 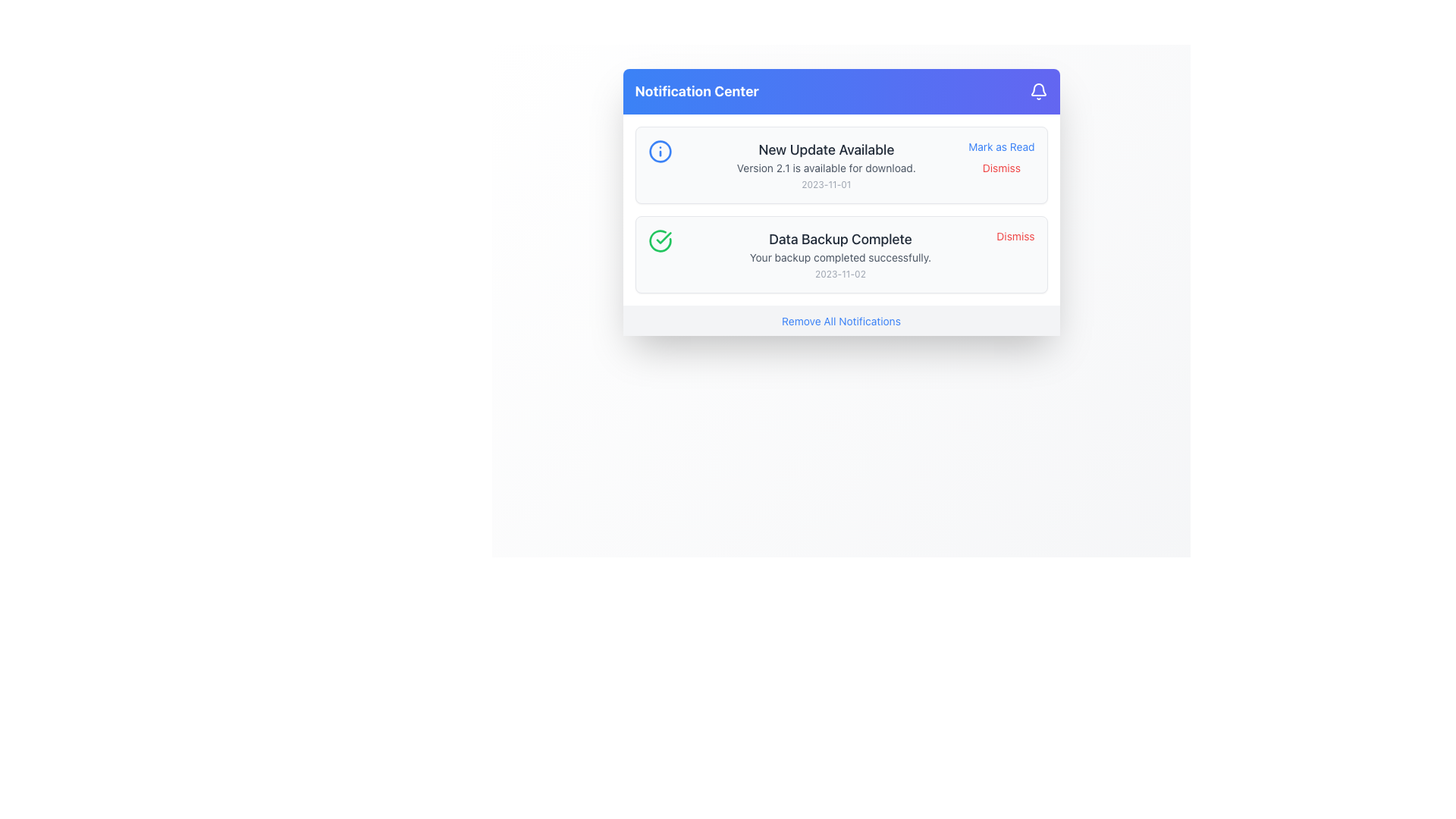 I want to click on textual notification indicating successful data backup with the title 'Data Backup Complete' and the message 'Your backup completed successfully.', so click(x=839, y=253).